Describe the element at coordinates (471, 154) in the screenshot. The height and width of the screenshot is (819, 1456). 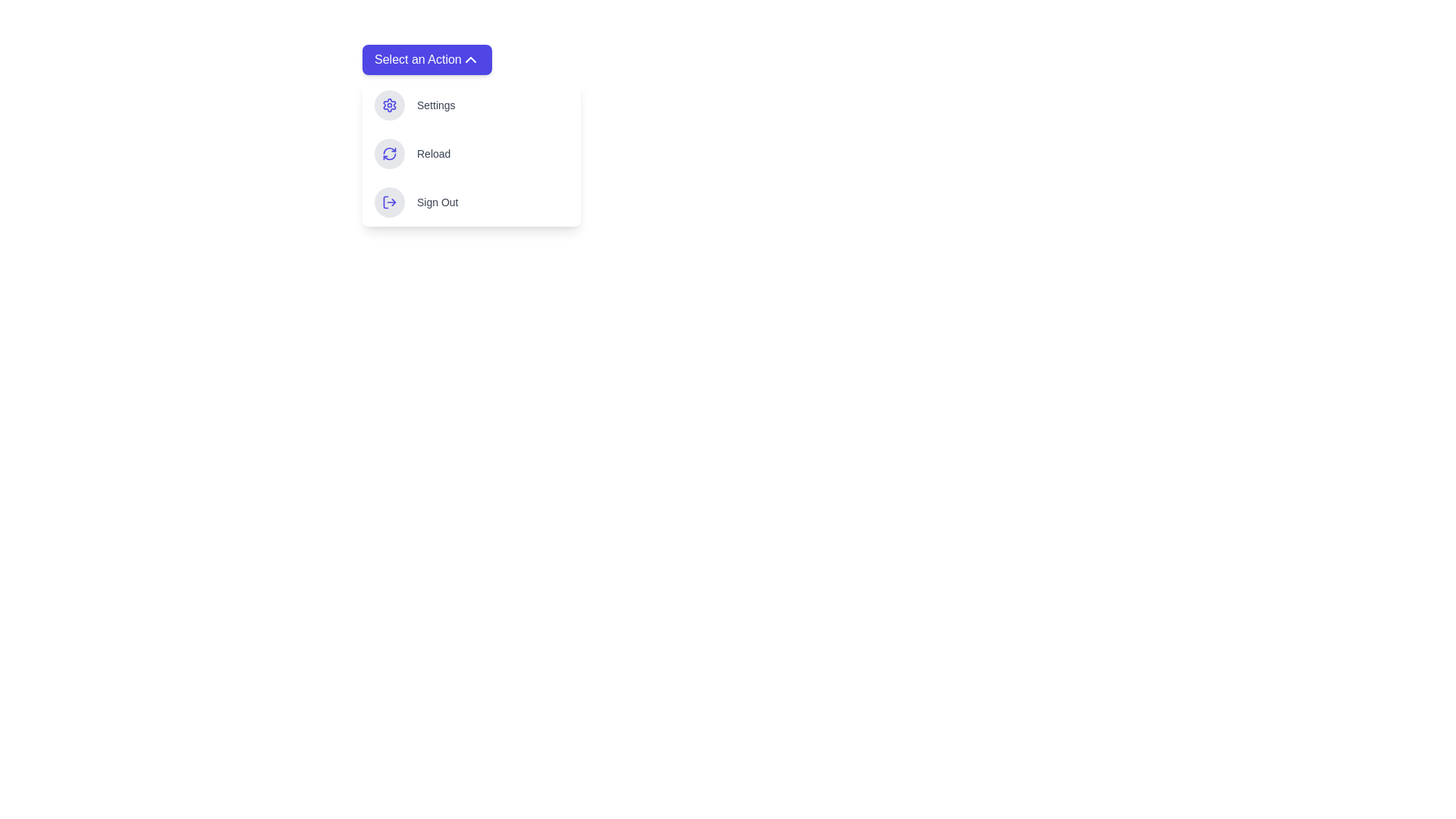
I see `the 'Reload' menu item, which is the second option in the vertically aligned list of actions` at that location.